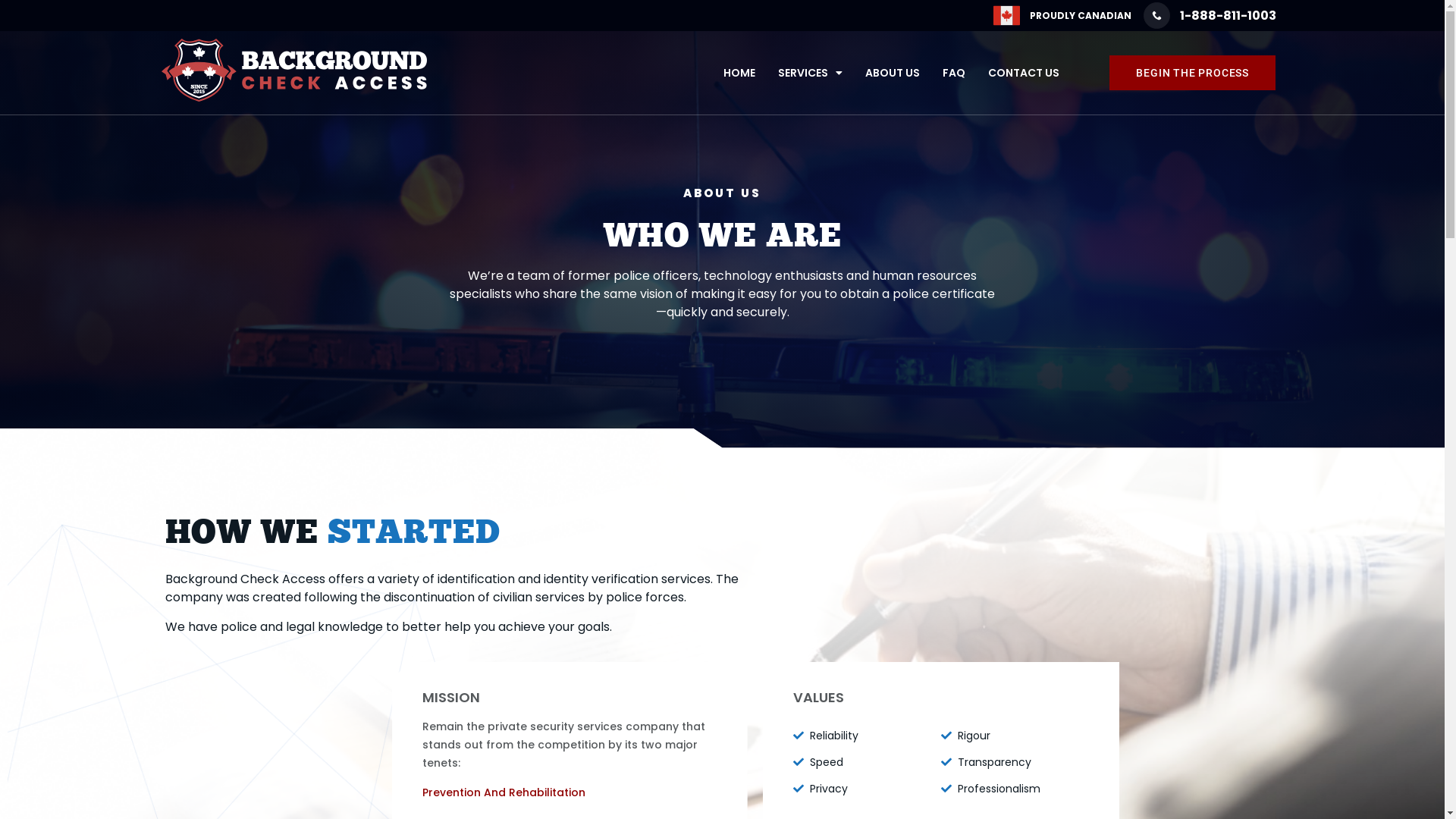  What do you see at coordinates (504, 792) in the screenshot?
I see `'Prevention And Rehabilitation'` at bounding box center [504, 792].